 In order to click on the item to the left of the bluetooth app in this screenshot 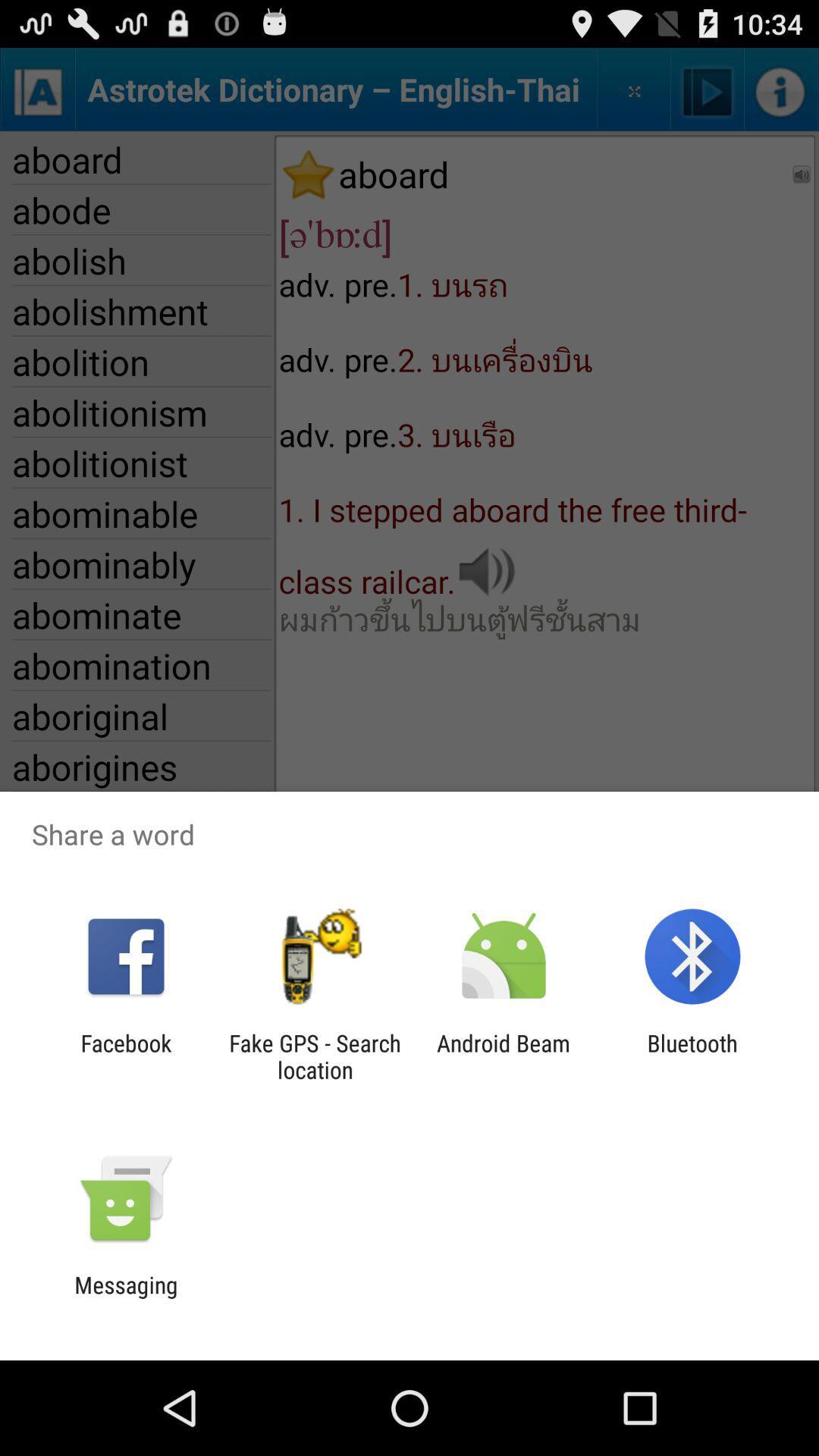, I will do `click(504, 1056)`.